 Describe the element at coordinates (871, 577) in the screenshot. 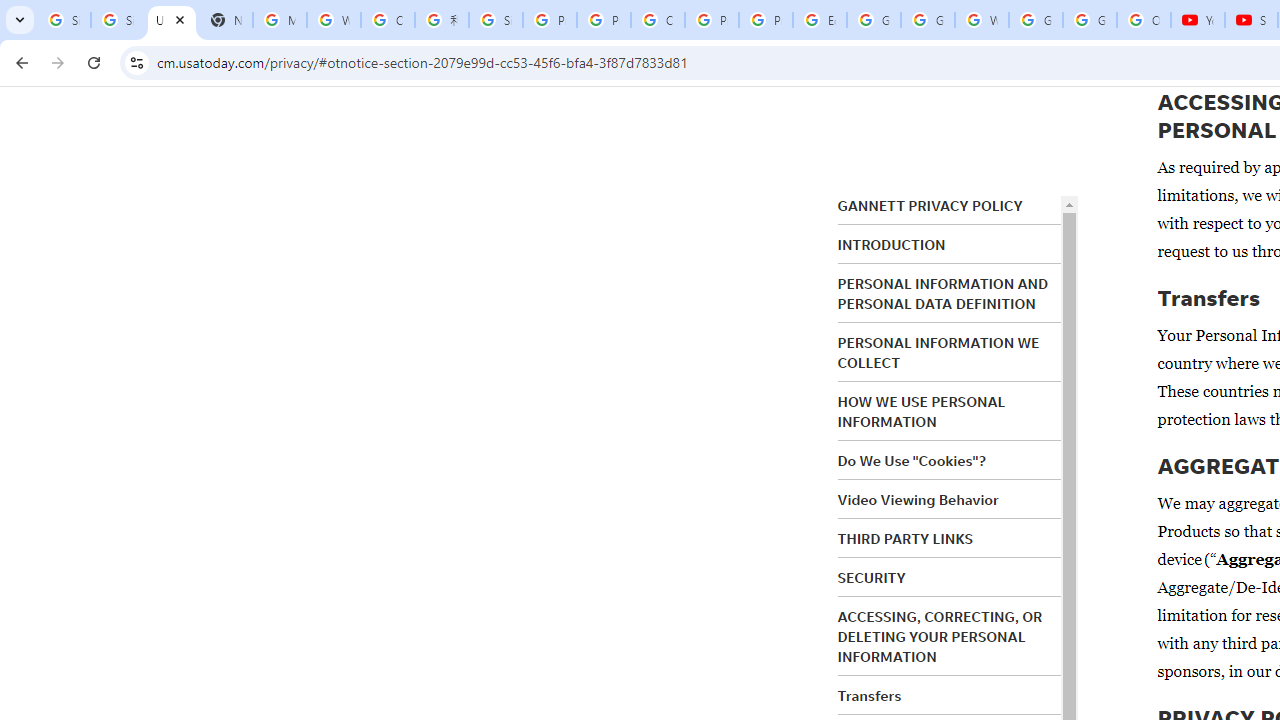

I see `'SECURITY'` at that location.